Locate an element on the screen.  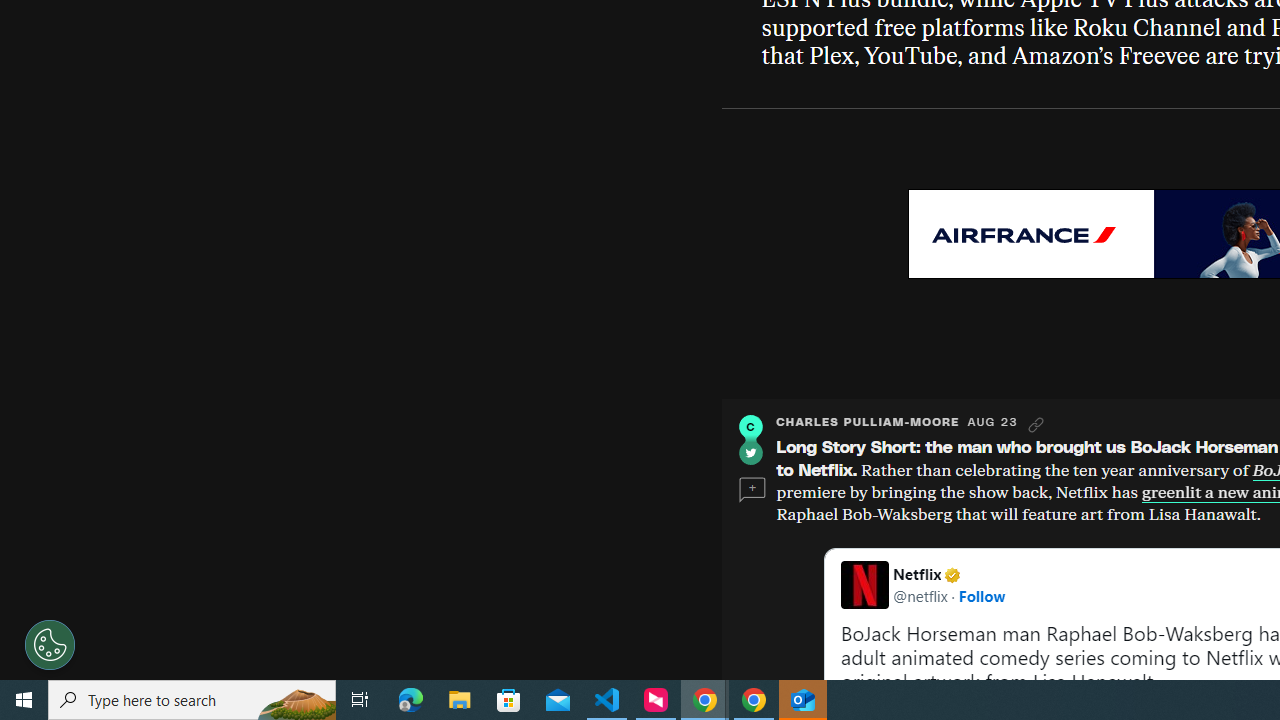
'AUG 23' is located at coordinates (992, 421).